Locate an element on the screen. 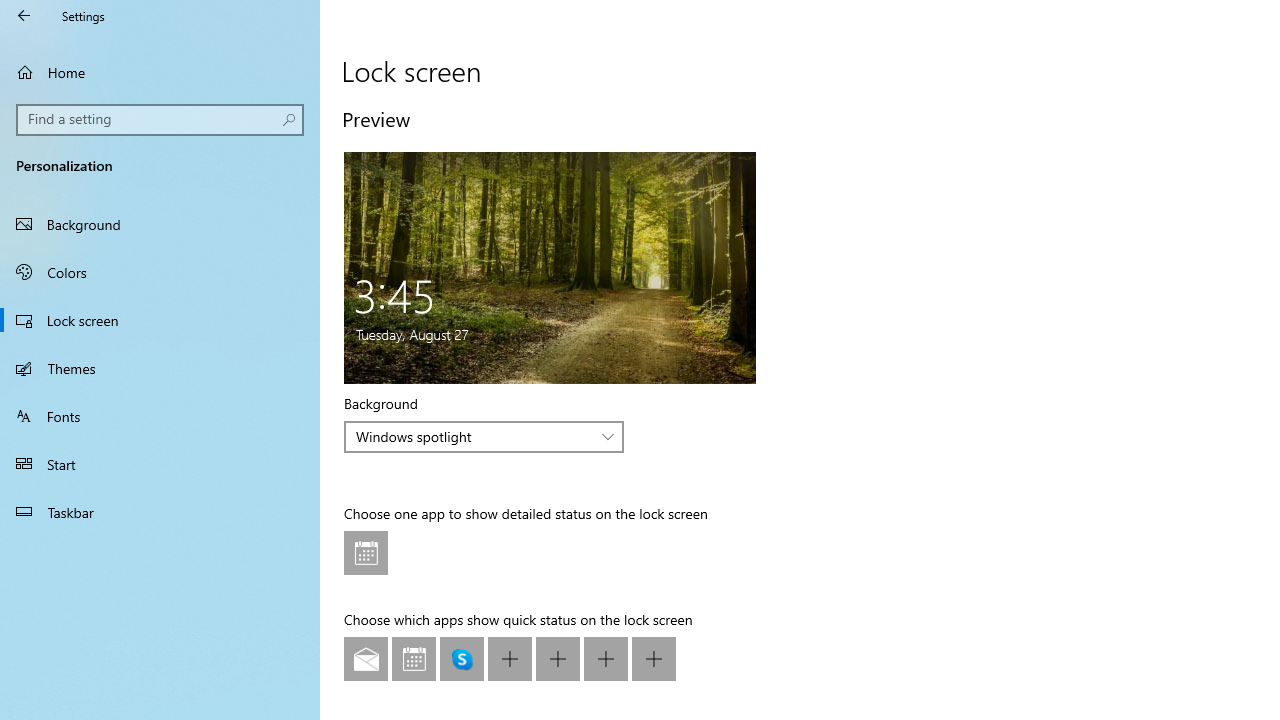 The width and height of the screenshot is (1280, 720). 'Taskbar' is located at coordinates (160, 510).